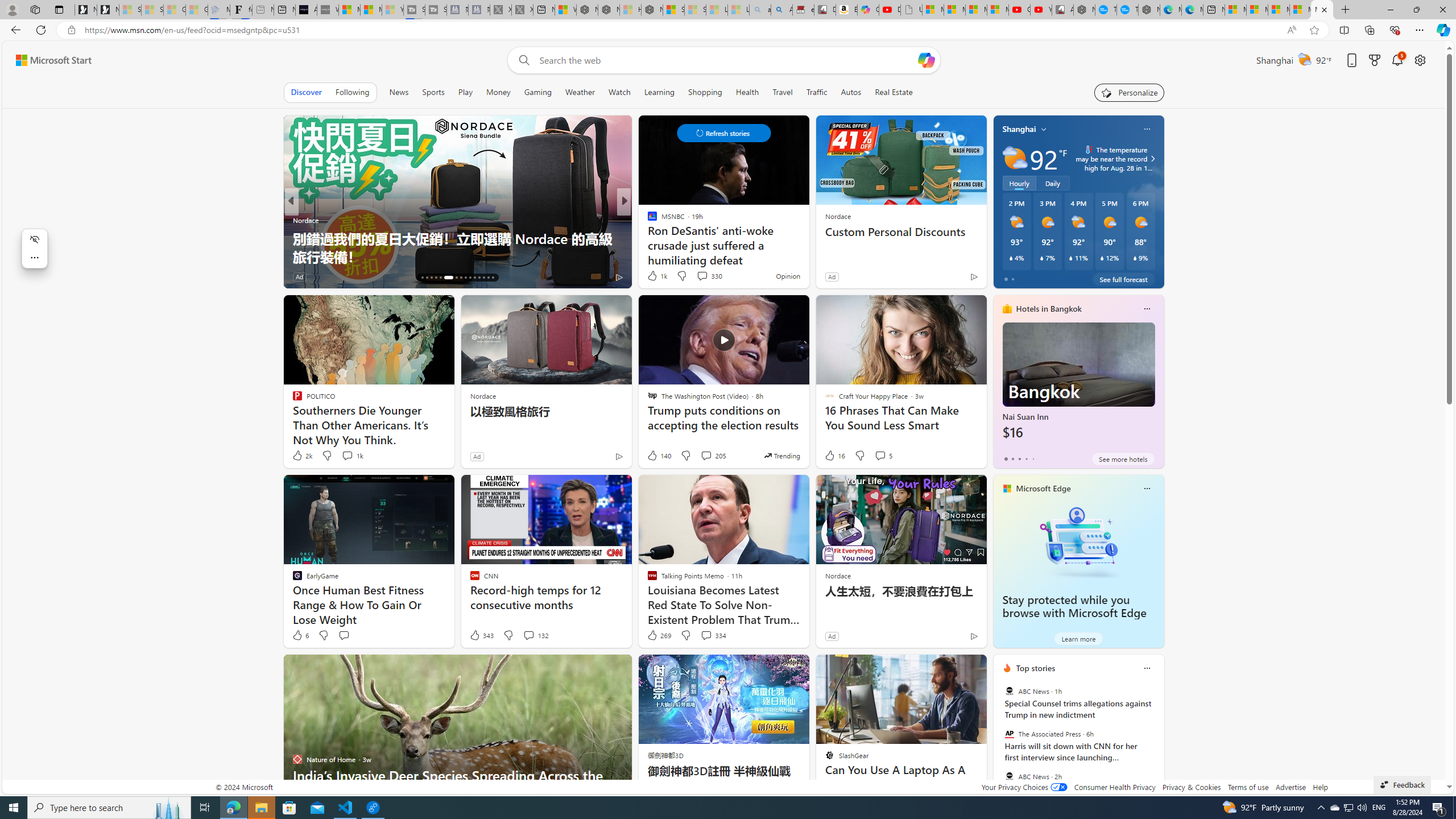  I want to click on 'View comments 205 Comment', so click(705, 455).